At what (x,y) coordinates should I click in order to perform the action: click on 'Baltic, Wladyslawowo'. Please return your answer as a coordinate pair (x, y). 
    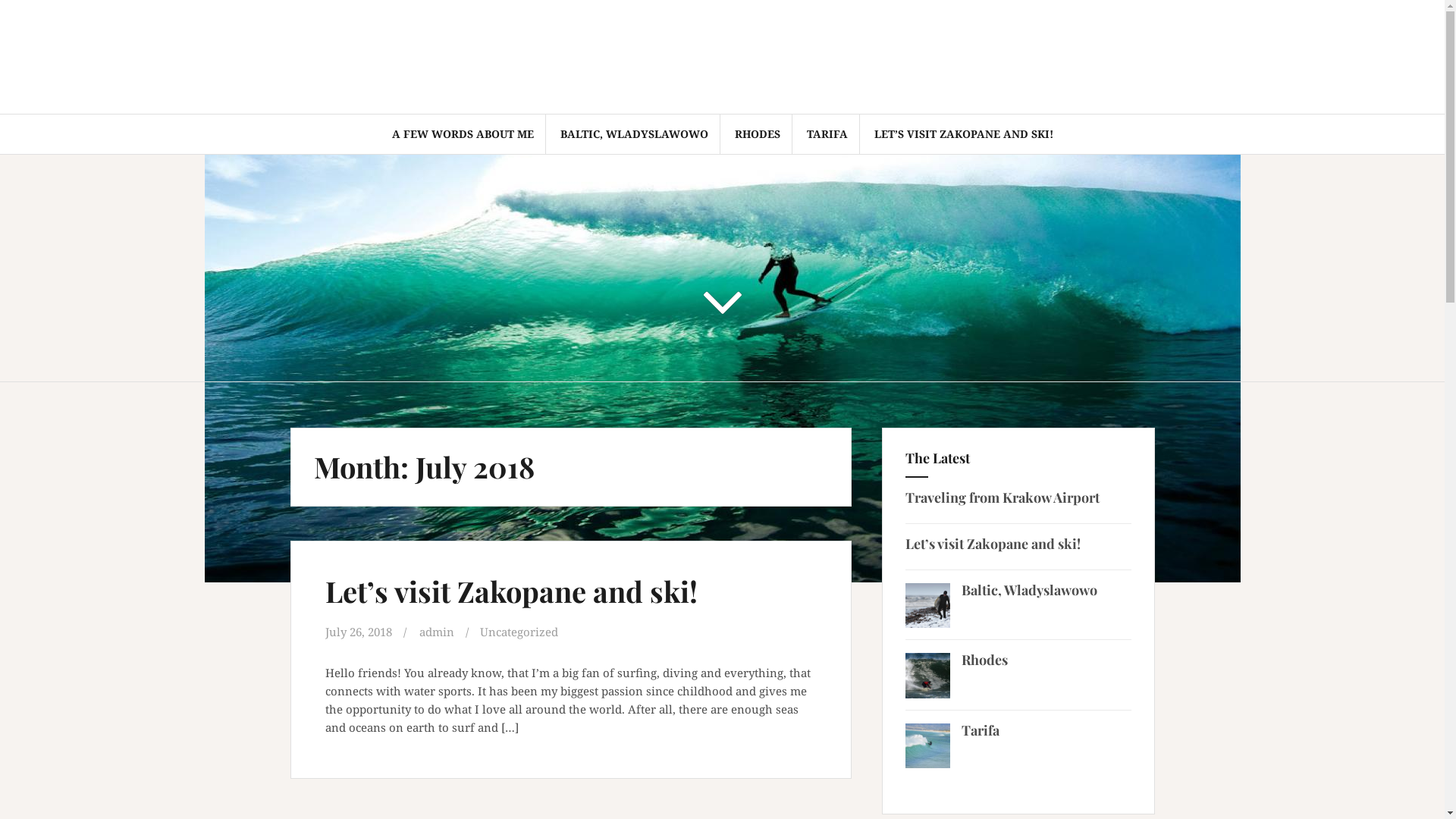
    Looking at the image, I should click on (1029, 589).